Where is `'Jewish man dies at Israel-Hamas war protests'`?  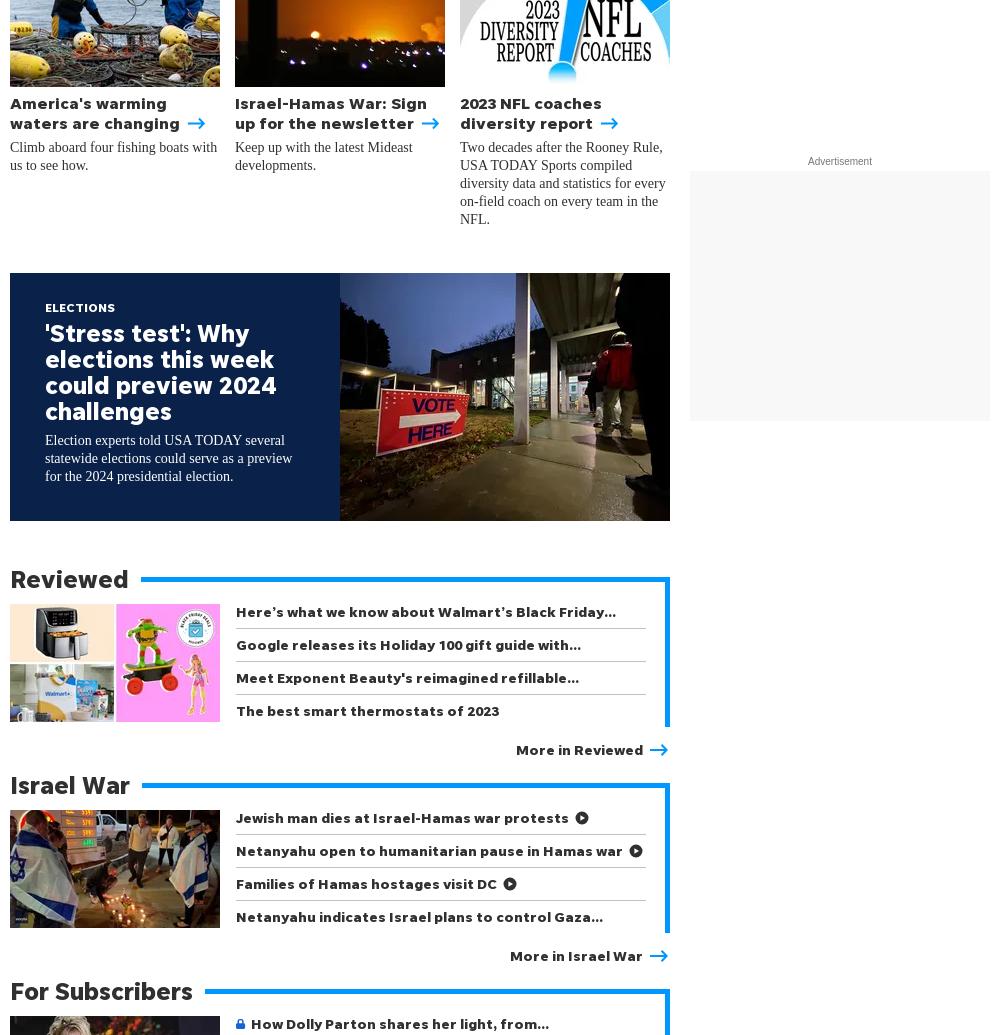
'Jewish man dies at Israel-Hamas war protests' is located at coordinates (402, 816).